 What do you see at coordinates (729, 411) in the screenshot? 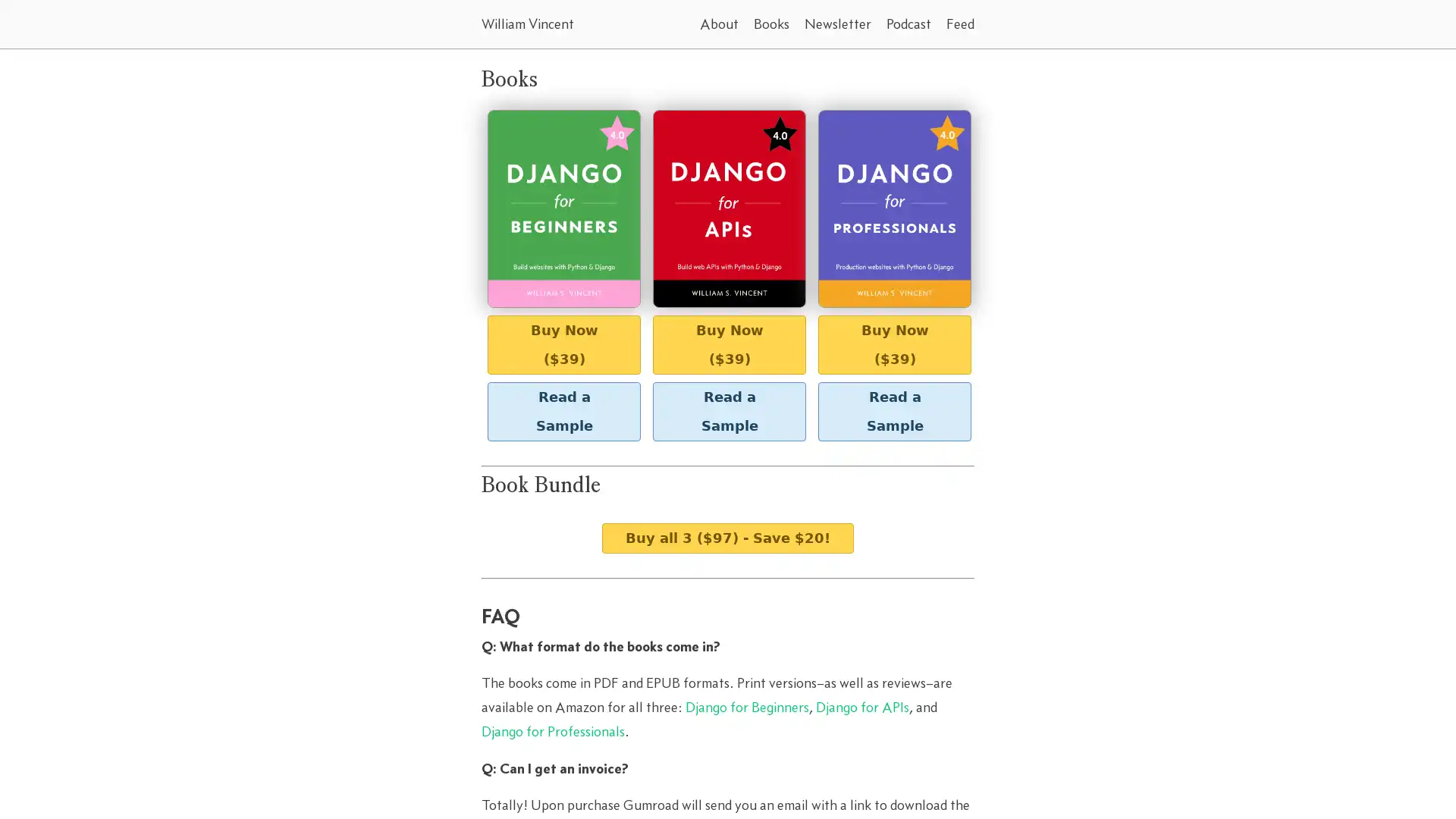
I see `Read a Sample` at bounding box center [729, 411].